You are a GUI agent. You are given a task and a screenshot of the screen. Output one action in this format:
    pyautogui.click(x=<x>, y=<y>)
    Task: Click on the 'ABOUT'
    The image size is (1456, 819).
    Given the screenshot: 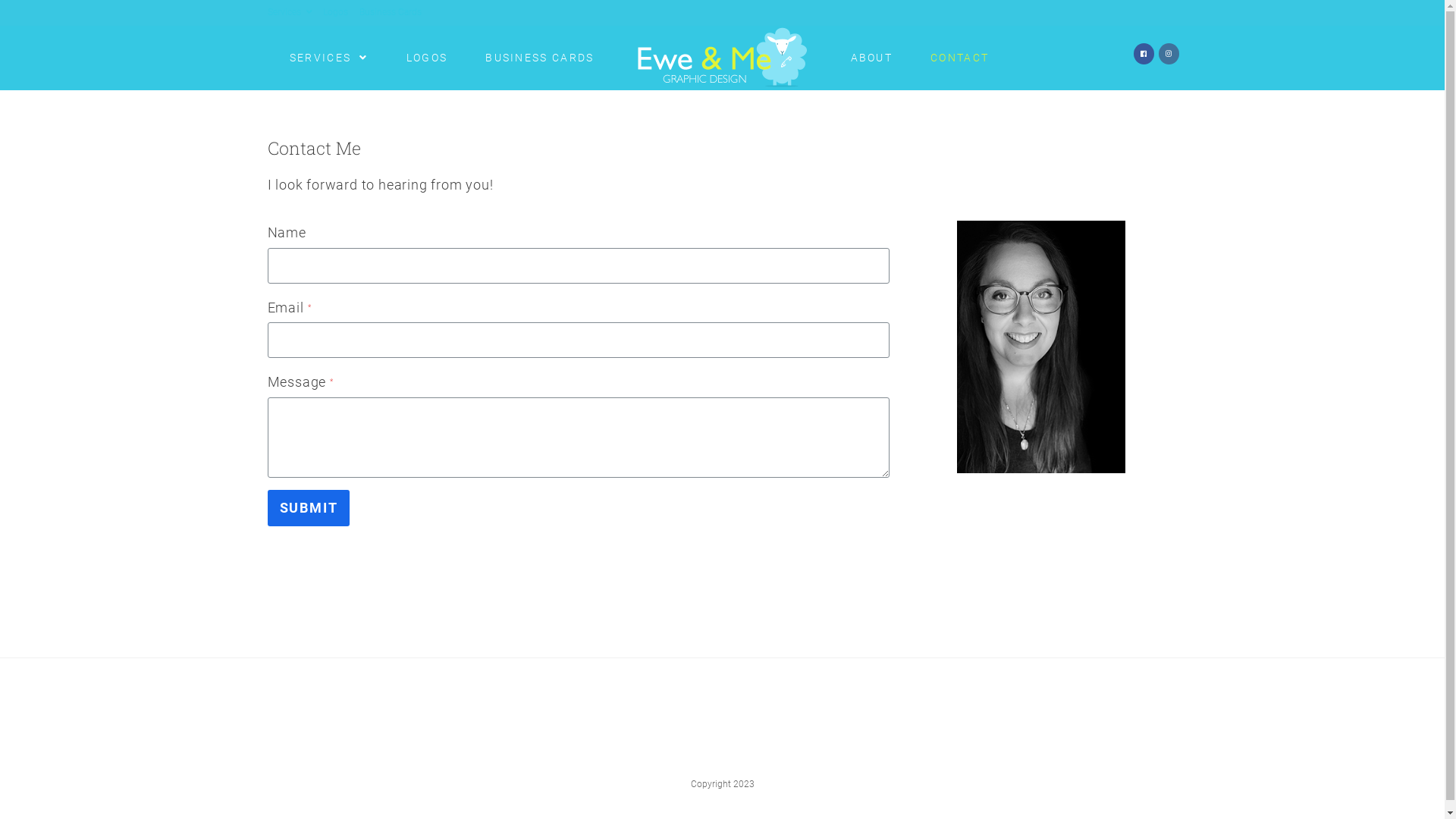 What is the action you would take?
    pyautogui.click(x=871, y=57)
    